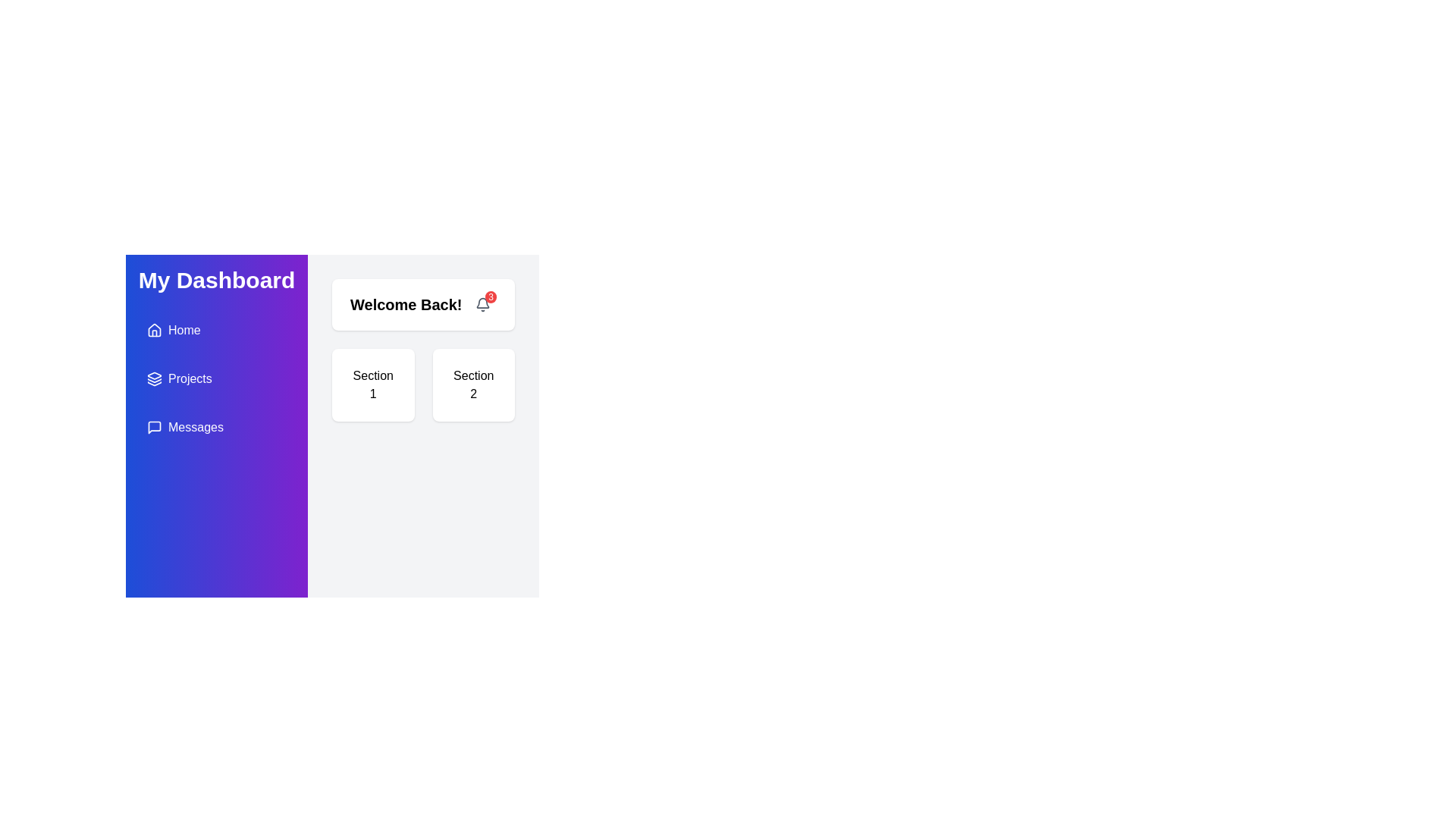 The image size is (1456, 819). I want to click on the welcoming text label positioned in the top right corner of the interface, so click(406, 304).